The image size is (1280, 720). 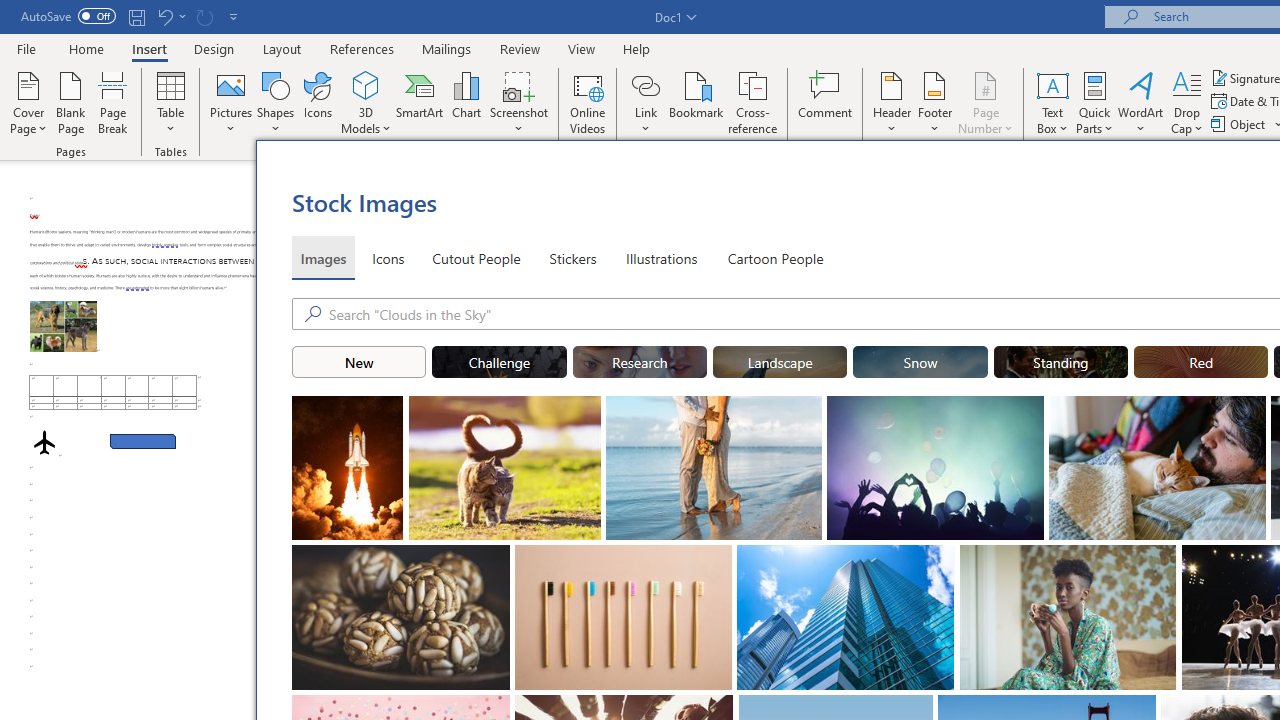 I want to click on 'File Tab', so click(x=26, y=47).